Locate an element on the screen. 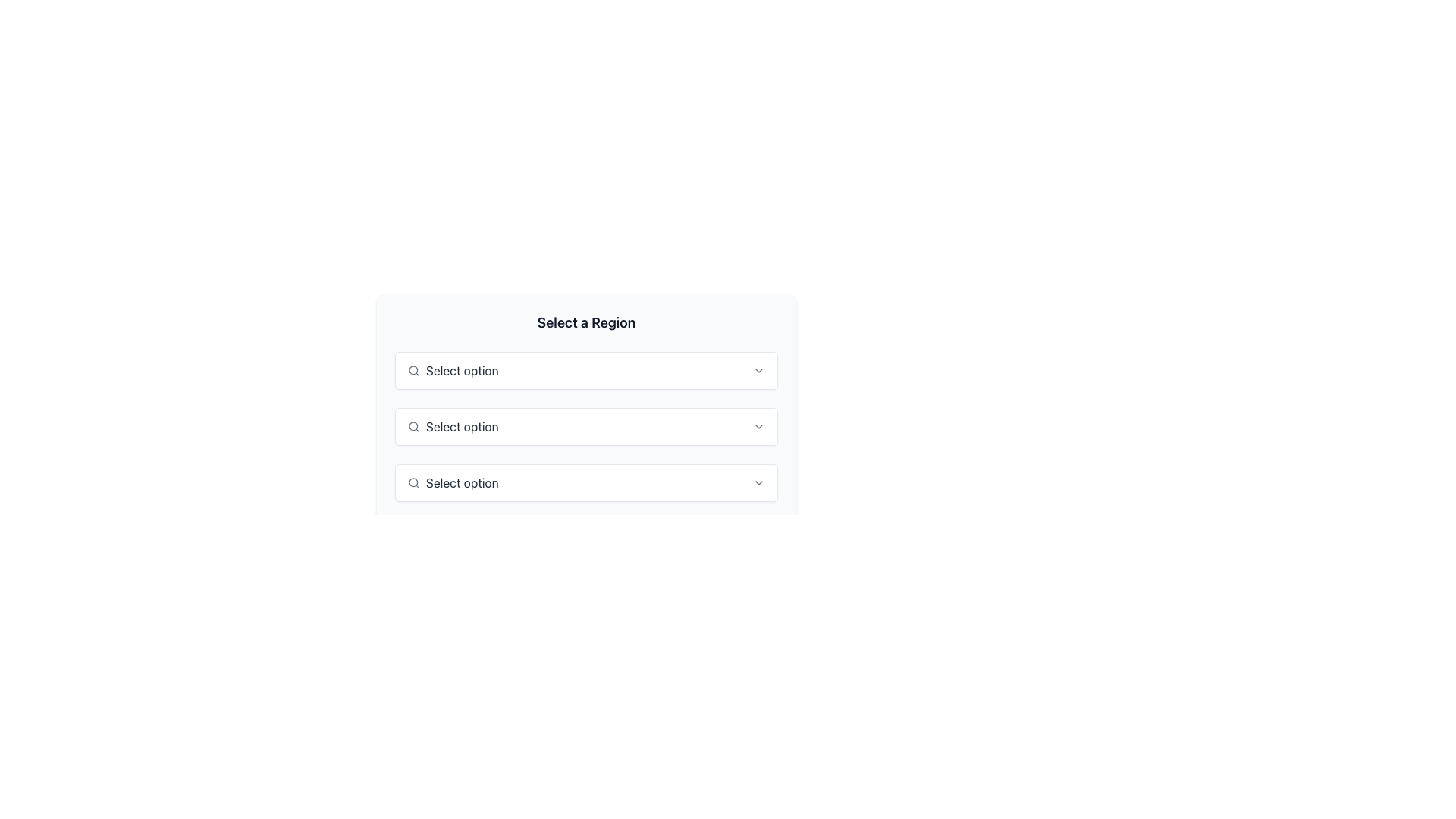  the first dropdown menu in the 'Select a Region' panel is located at coordinates (585, 371).